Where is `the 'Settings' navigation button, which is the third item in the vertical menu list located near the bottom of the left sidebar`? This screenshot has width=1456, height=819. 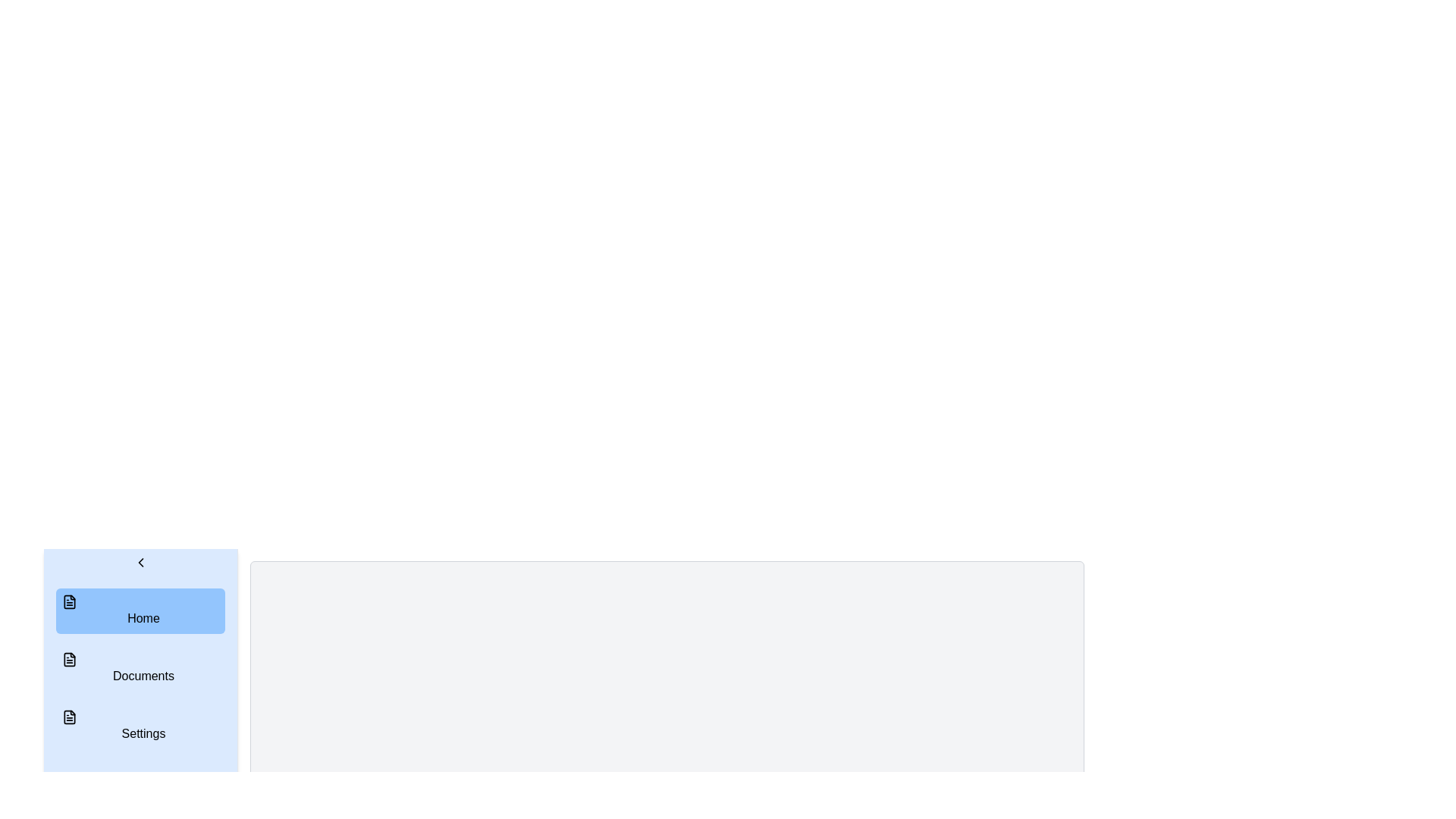 the 'Settings' navigation button, which is the third item in the vertical menu list located near the bottom of the left sidebar is located at coordinates (140, 725).